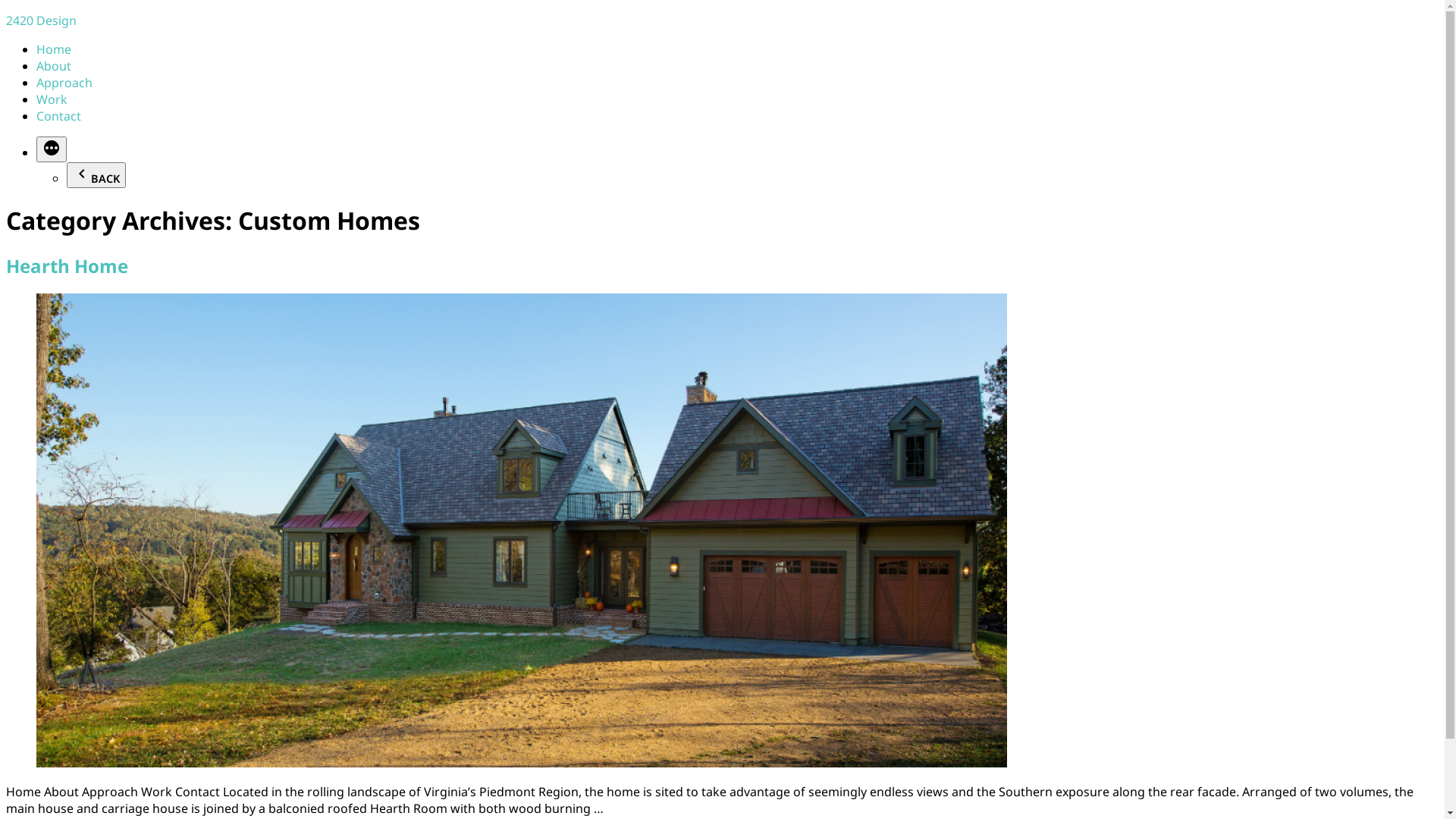 The height and width of the screenshot is (819, 1456). What do you see at coordinates (54, 65) in the screenshot?
I see `'About'` at bounding box center [54, 65].